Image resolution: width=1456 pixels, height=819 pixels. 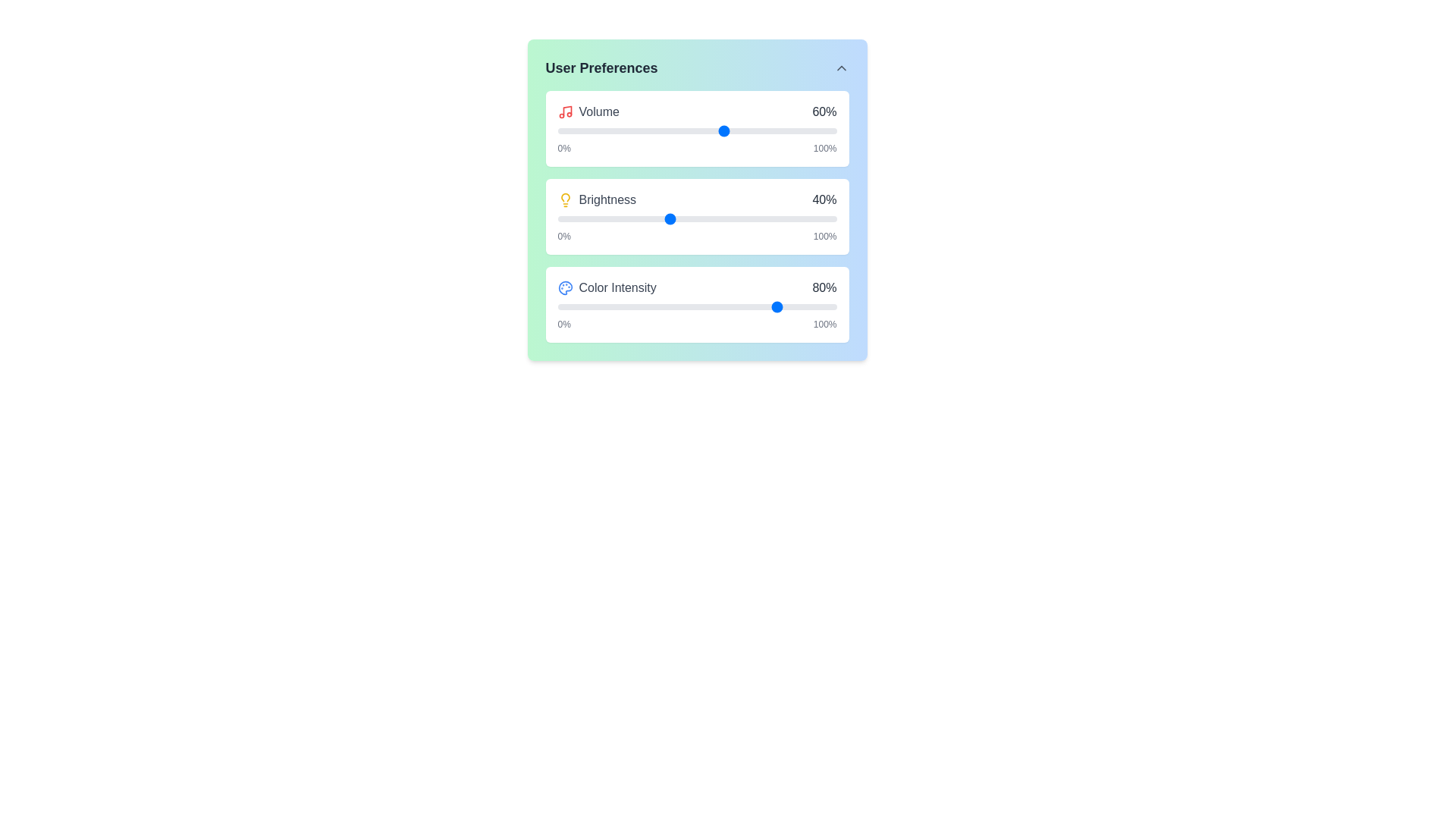 I want to click on the 'Volume' label with a red musical note icon located in the upper-left section of the 'User Preferences' card, so click(x=588, y=111).